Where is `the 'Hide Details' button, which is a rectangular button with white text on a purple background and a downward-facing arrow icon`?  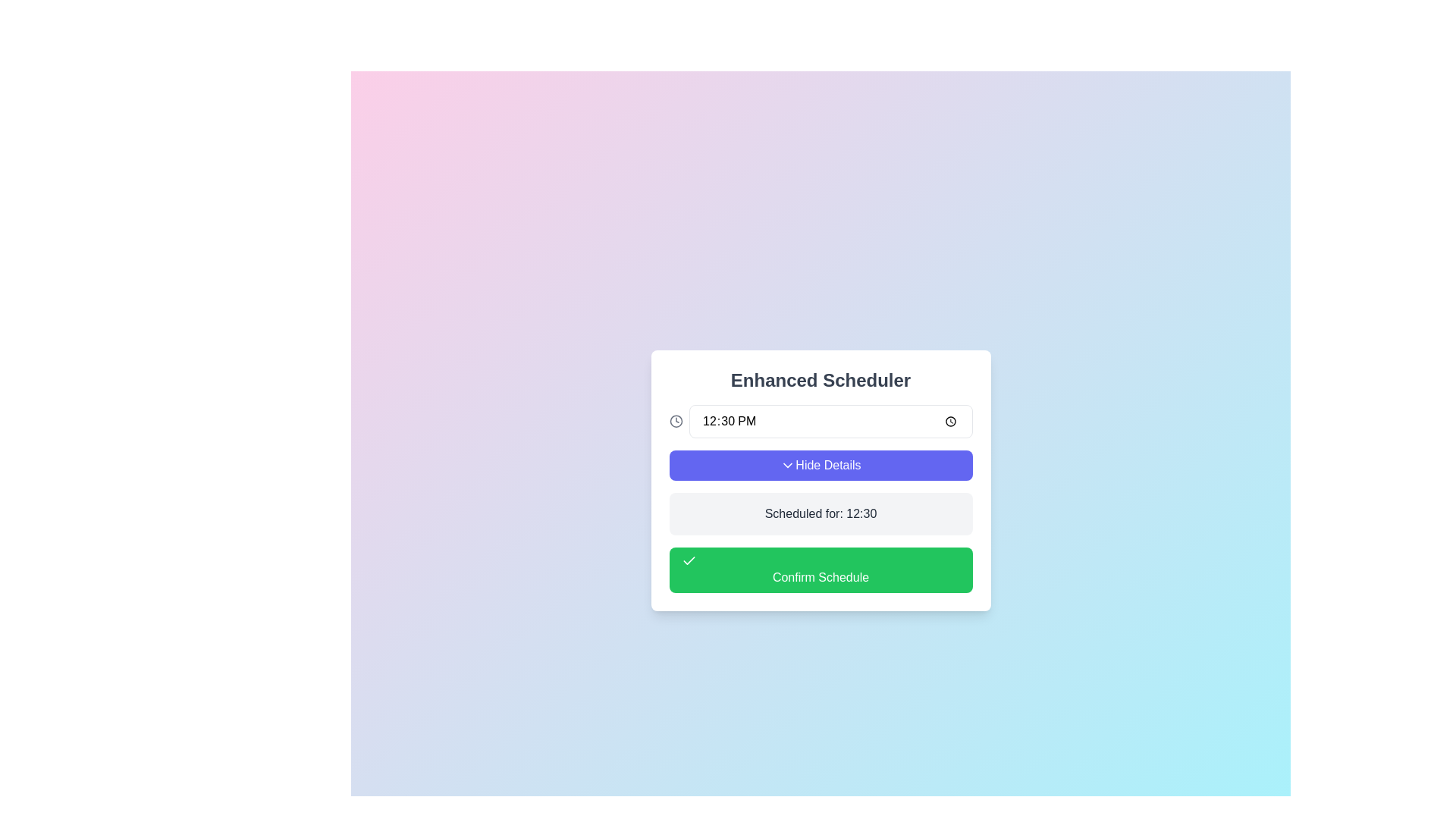
the 'Hide Details' button, which is a rectangular button with white text on a purple background and a downward-facing arrow icon is located at coordinates (820, 464).